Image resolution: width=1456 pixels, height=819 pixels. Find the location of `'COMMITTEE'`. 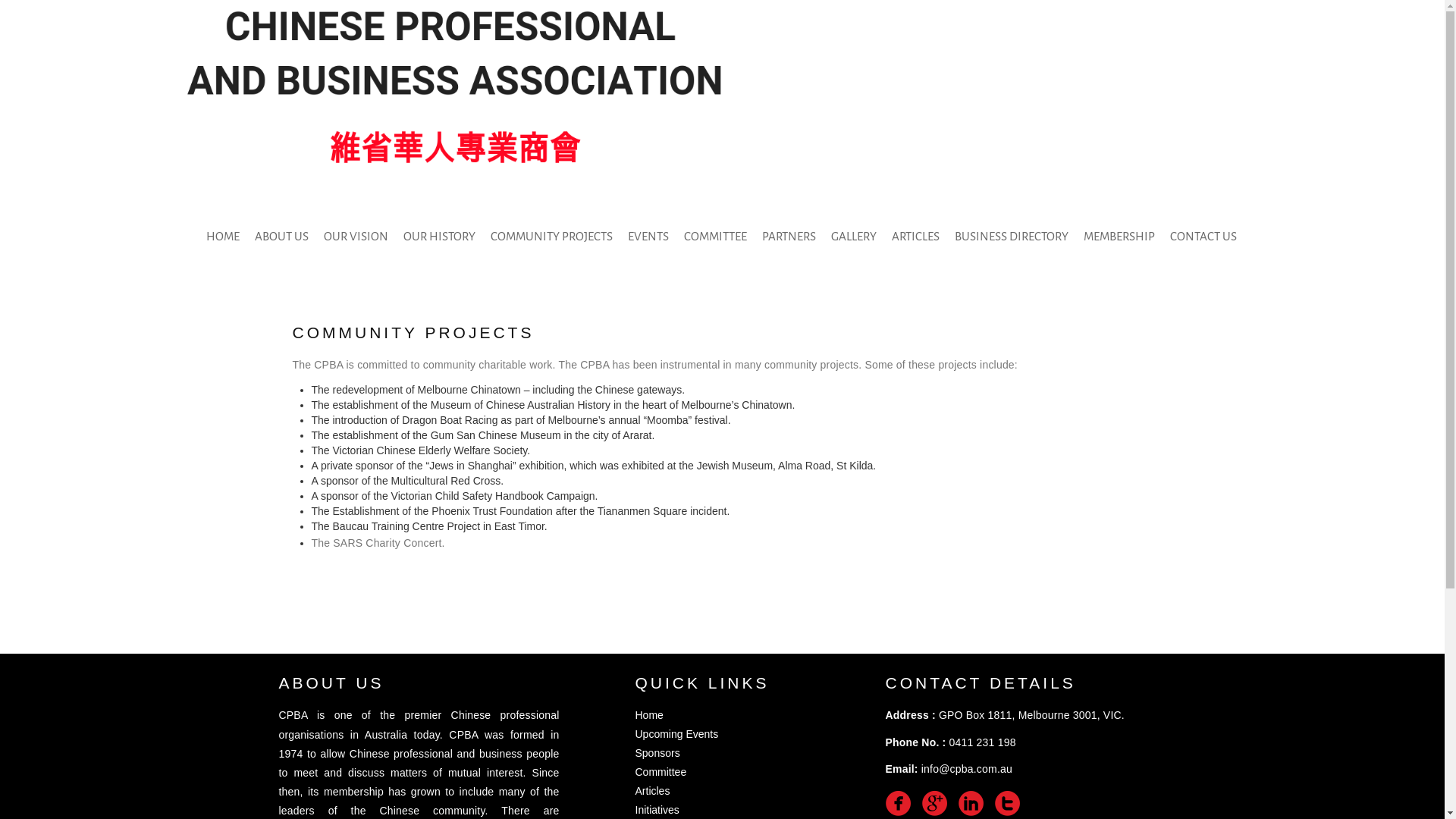

'COMMITTEE' is located at coordinates (676, 237).